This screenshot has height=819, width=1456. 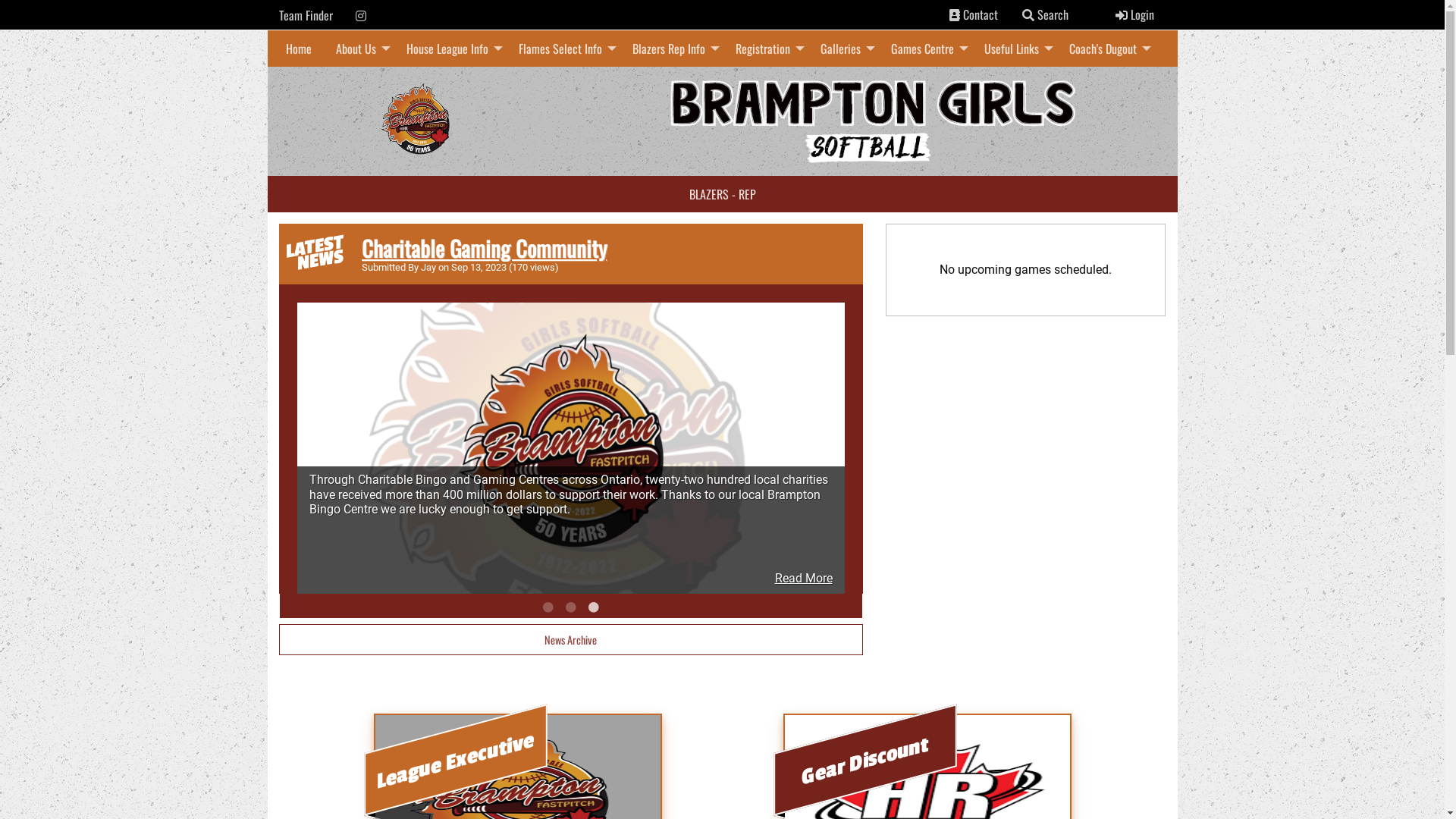 I want to click on ' Contact', so click(x=973, y=14).